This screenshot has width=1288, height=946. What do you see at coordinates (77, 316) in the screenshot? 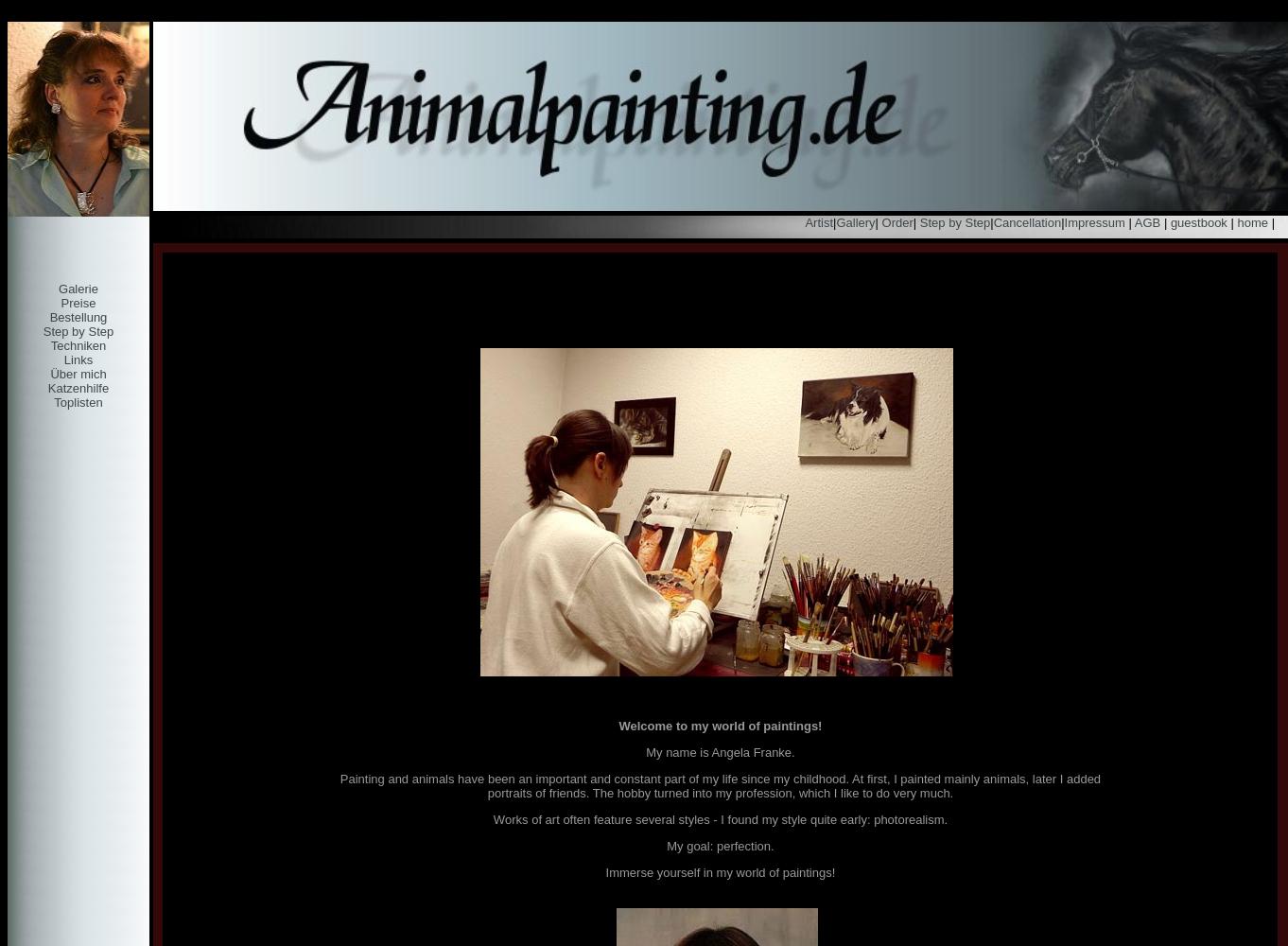
I see `'Bestellung'` at bounding box center [77, 316].